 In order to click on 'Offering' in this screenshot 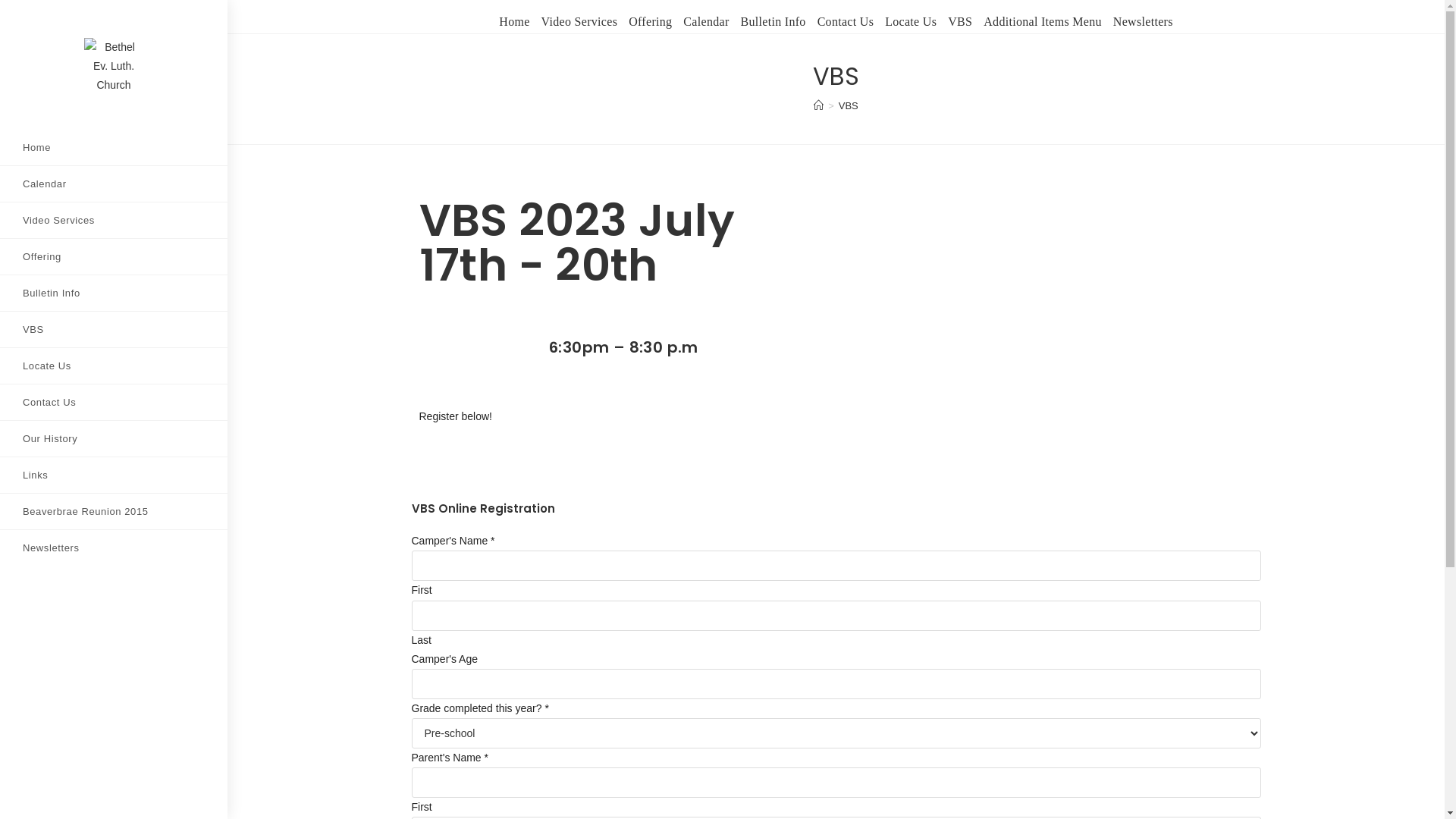, I will do `click(112, 256)`.